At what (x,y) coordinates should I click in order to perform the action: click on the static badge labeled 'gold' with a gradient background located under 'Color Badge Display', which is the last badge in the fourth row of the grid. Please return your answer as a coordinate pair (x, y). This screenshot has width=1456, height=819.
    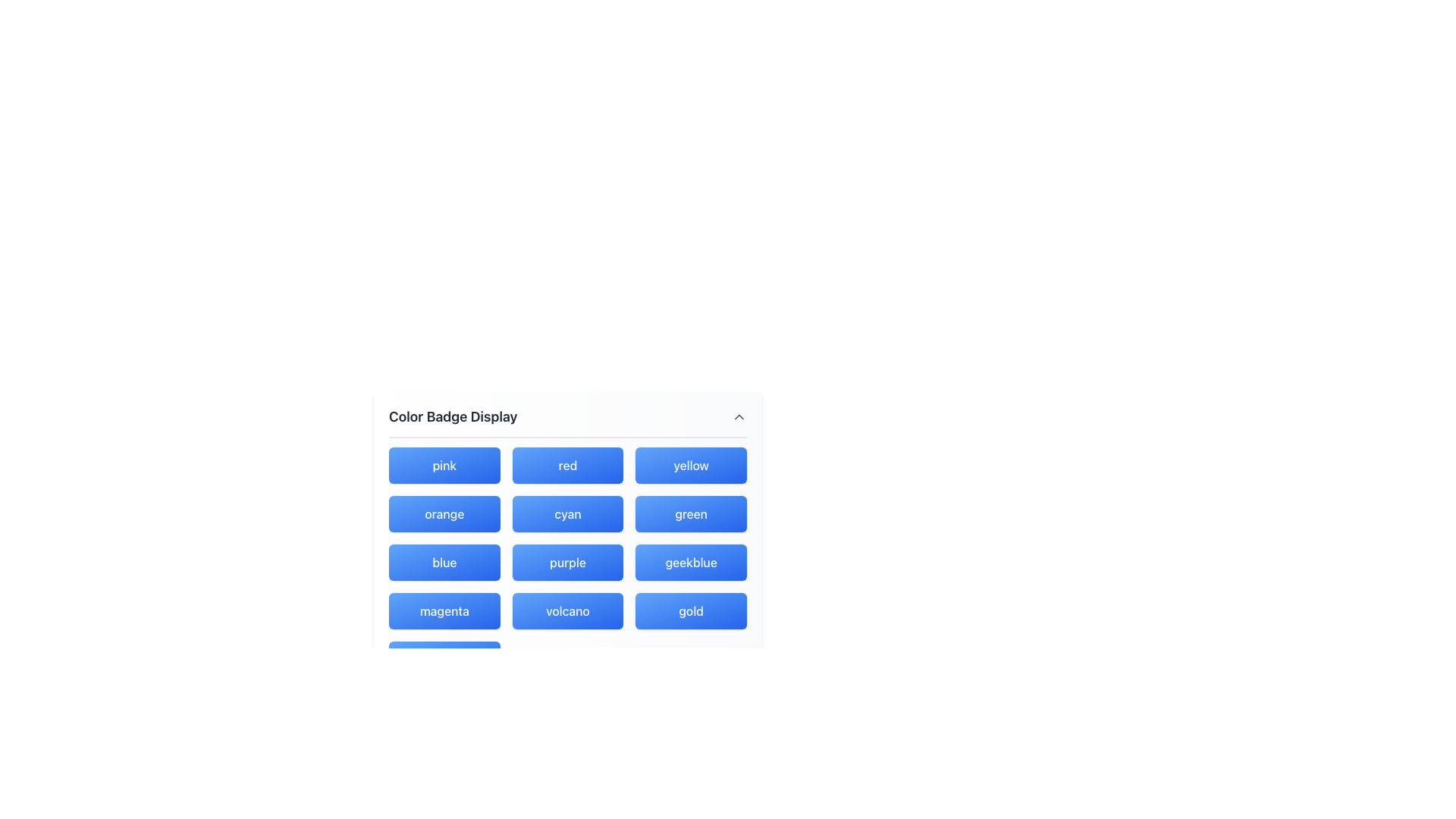
    Looking at the image, I should click on (690, 610).